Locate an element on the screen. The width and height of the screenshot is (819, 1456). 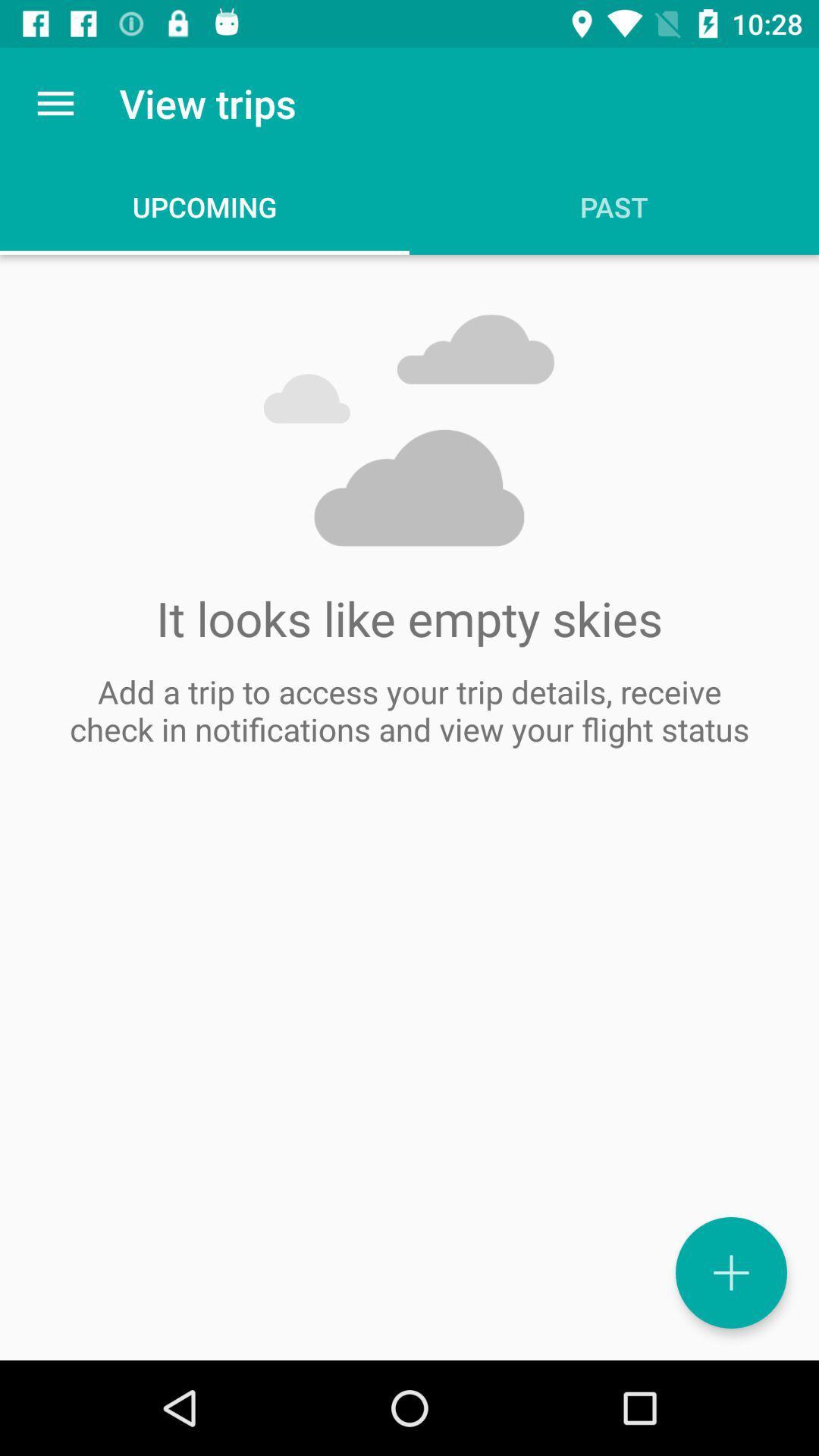
the icon below the add a trip is located at coordinates (730, 1272).